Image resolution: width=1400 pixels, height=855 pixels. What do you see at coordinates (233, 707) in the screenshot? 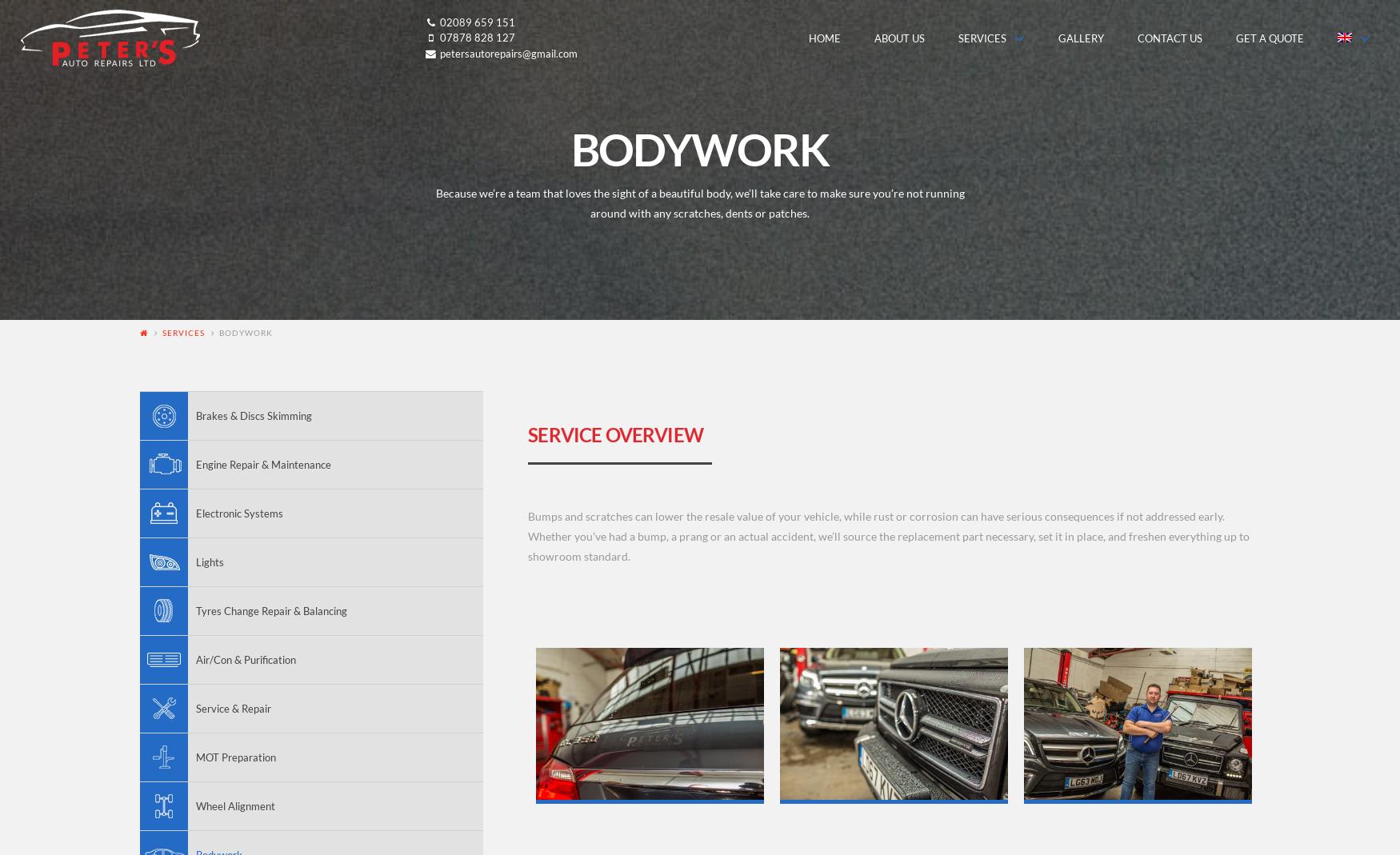
I see `'Service & Repair'` at bounding box center [233, 707].